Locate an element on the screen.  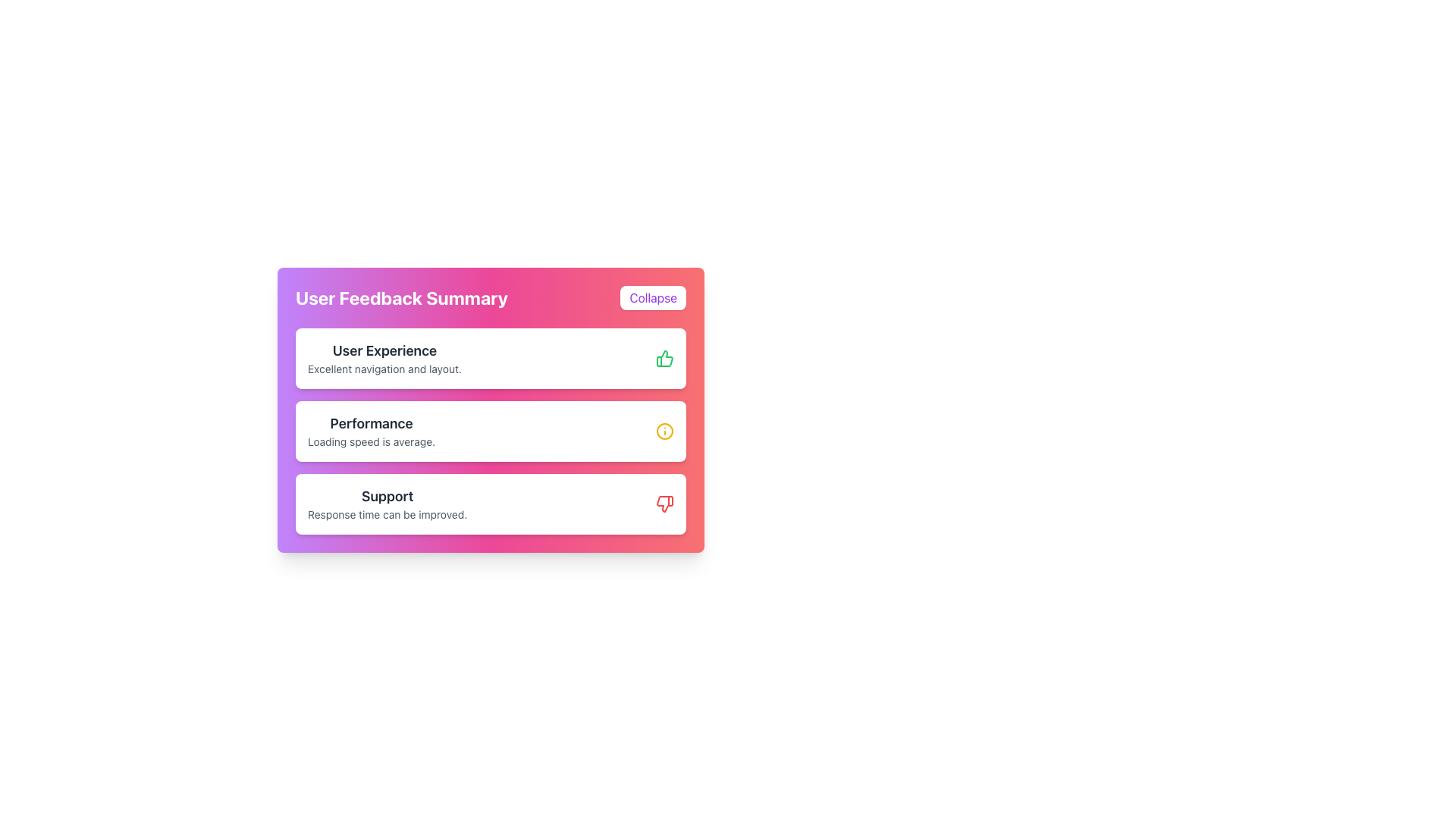
the circular graphical component with a yellow outline and solid white fill, which is the outer circle of an icon located to the right of the 'Performance' feedback section in the 'User Feedback Summary' card is located at coordinates (665, 431).